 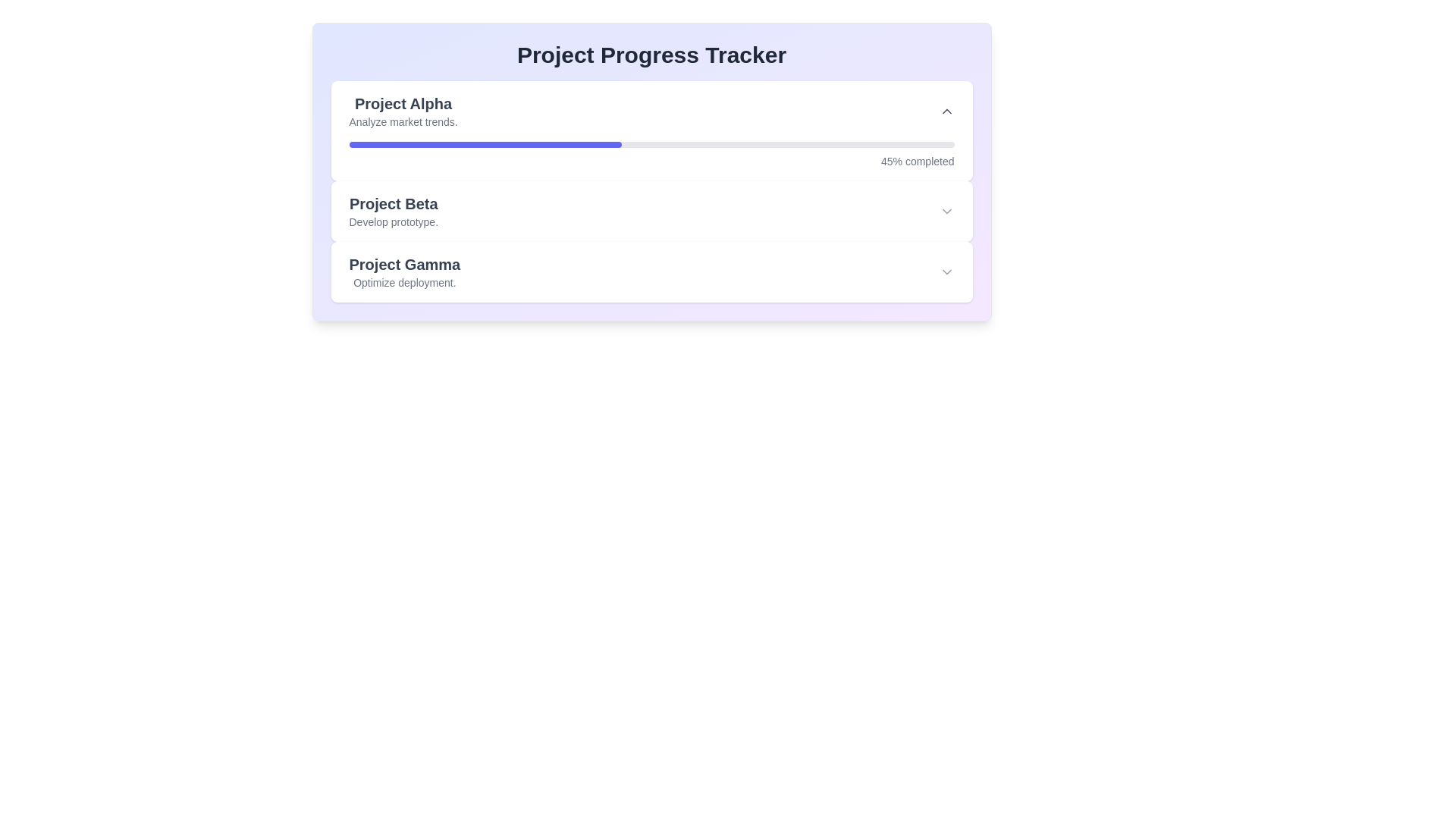 I want to click on the horizontal progress bar indicating 45% completion located in the 'Project Alpha' section, below the title 'Project Alpha' and above the label '45% completed', so click(x=651, y=145).